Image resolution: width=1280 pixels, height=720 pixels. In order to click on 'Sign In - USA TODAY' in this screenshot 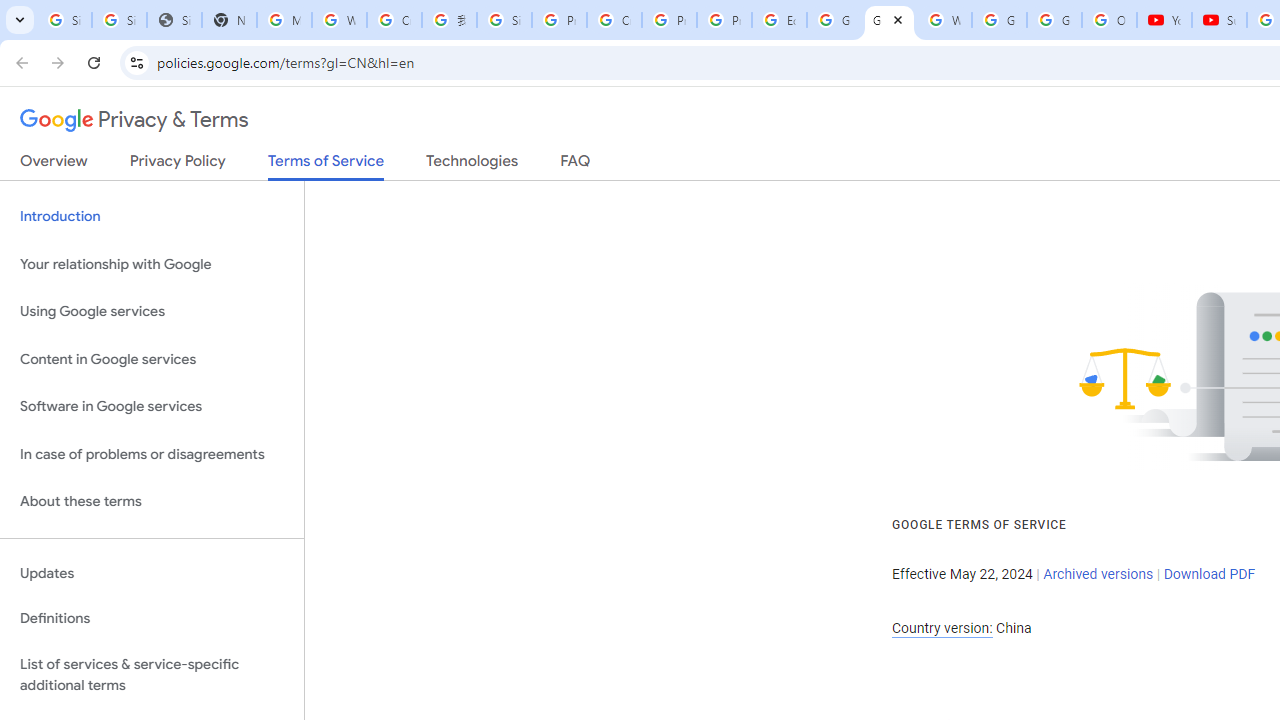, I will do `click(174, 20)`.